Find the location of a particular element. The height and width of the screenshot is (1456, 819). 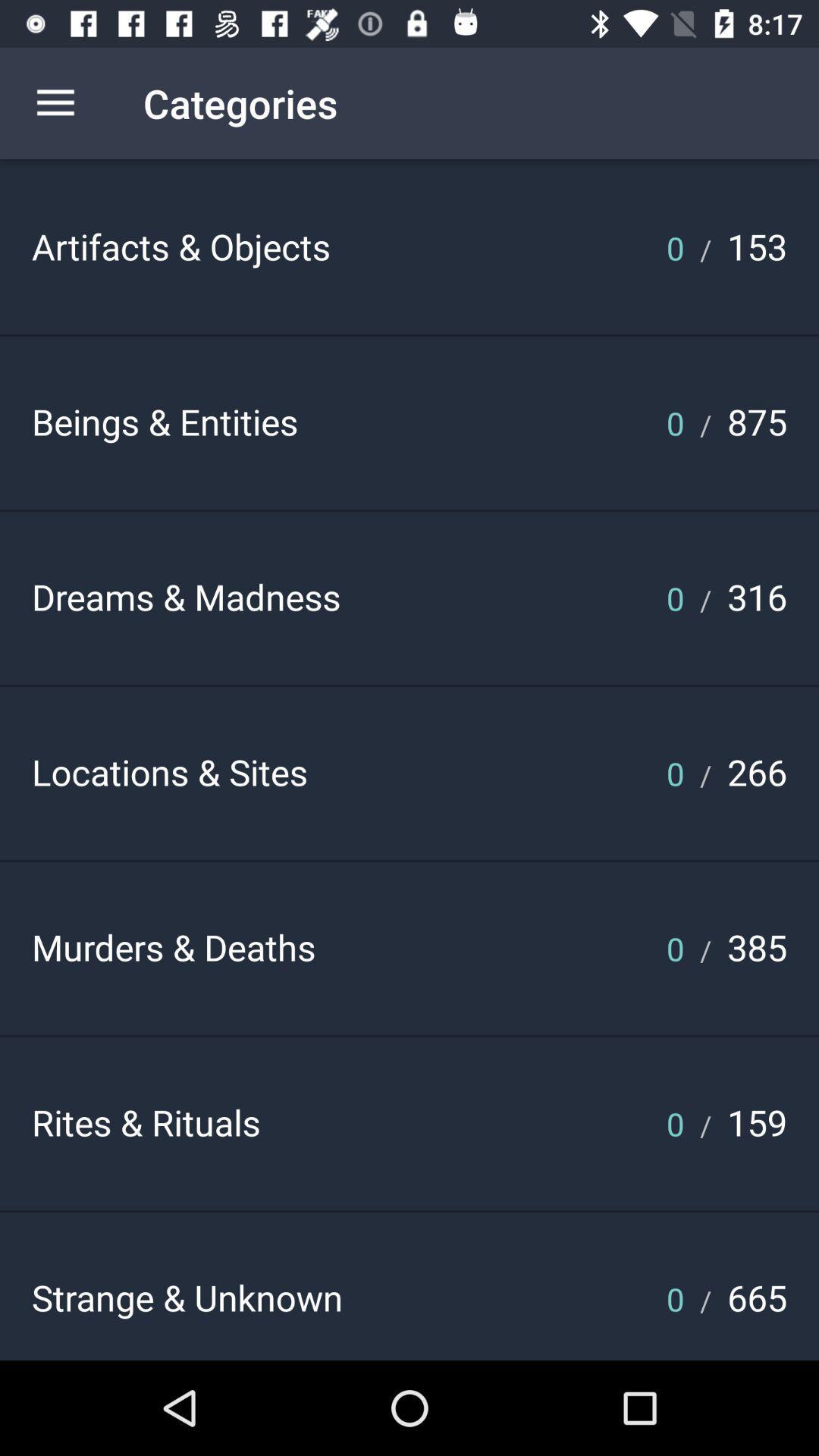

the icon next to the categories icon is located at coordinates (55, 102).